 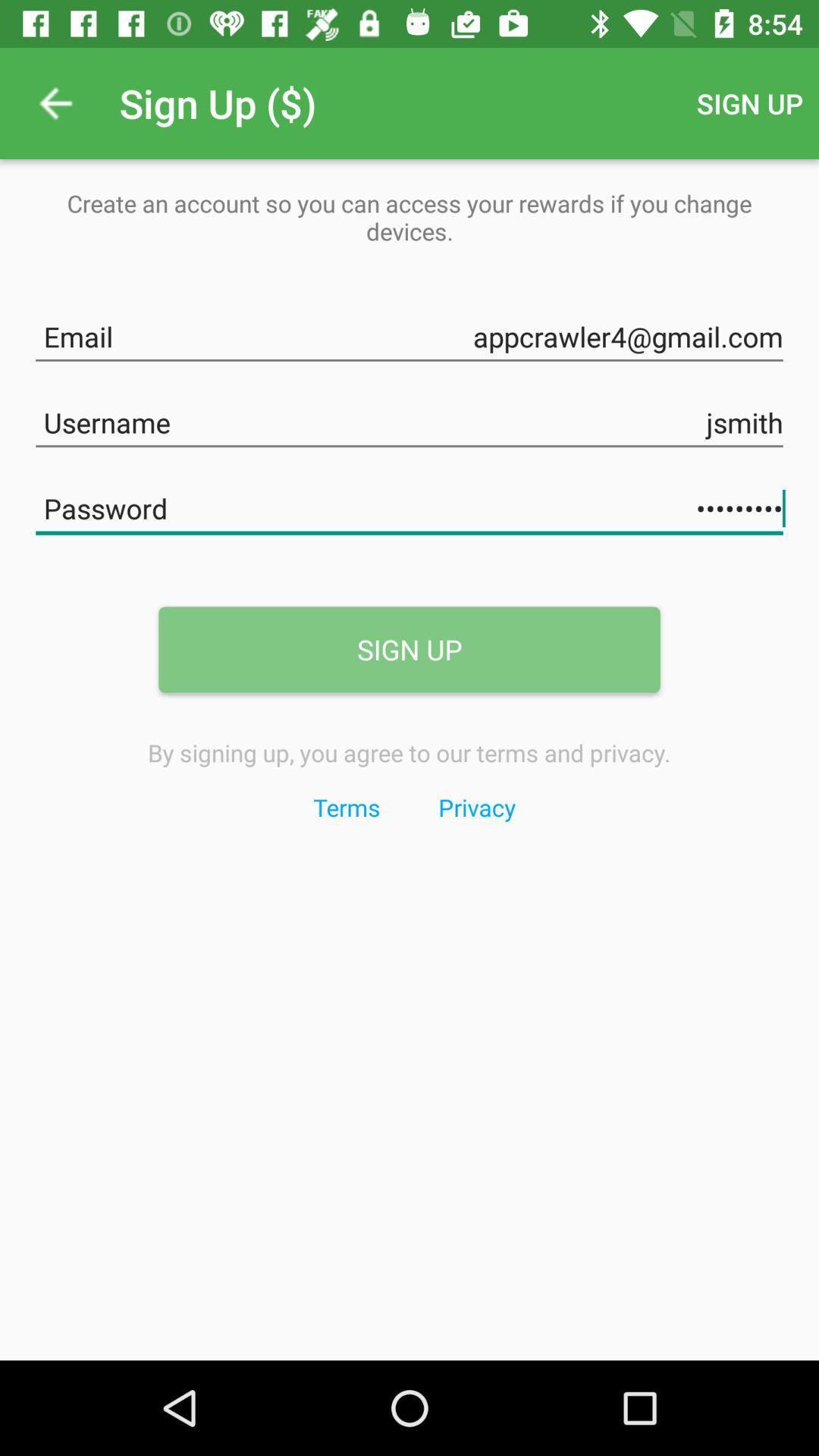 I want to click on the icon below the jsmith icon, so click(x=409, y=506).